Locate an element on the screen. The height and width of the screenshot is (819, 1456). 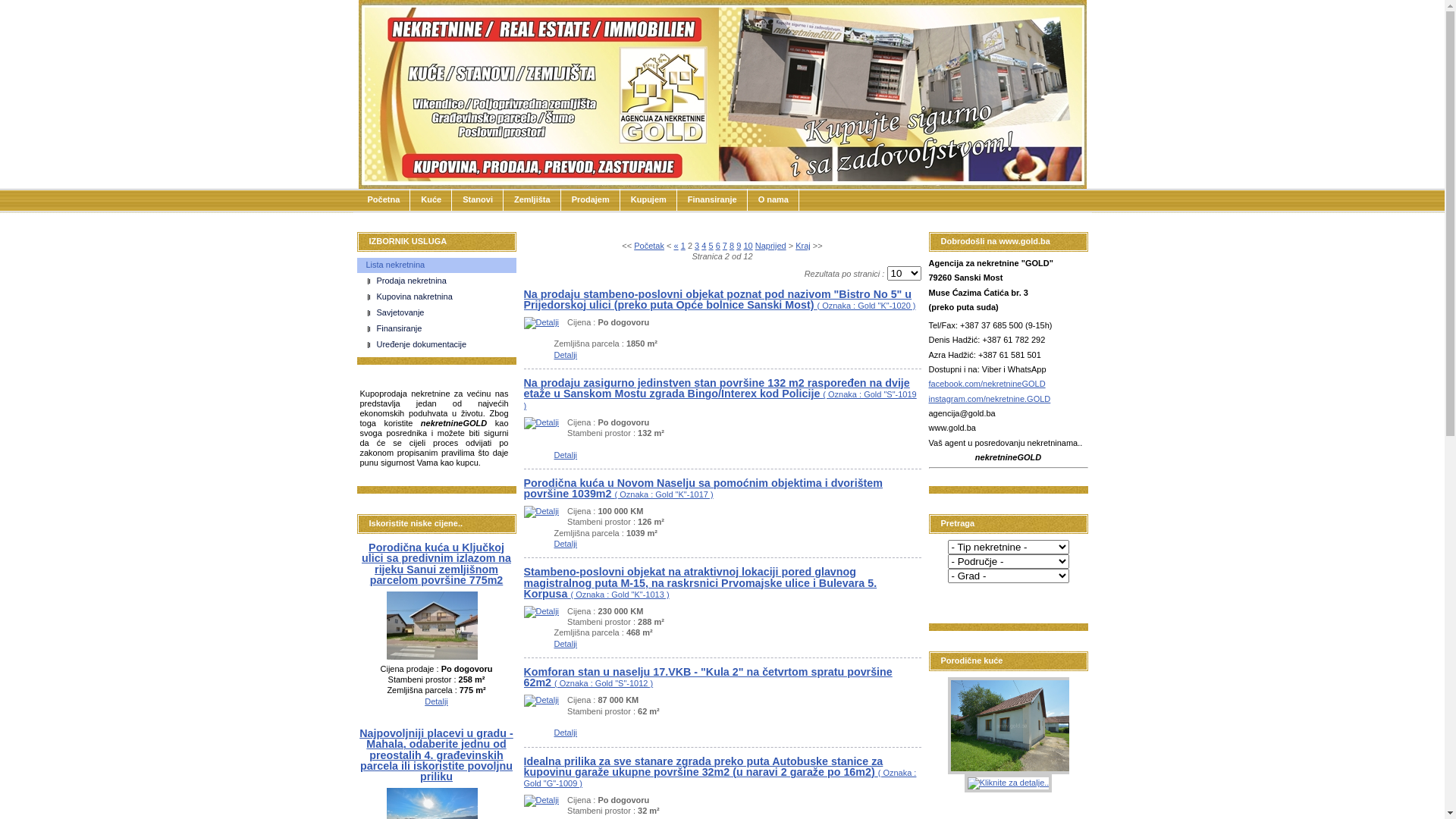
'Prodajem' is located at coordinates (560, 199).